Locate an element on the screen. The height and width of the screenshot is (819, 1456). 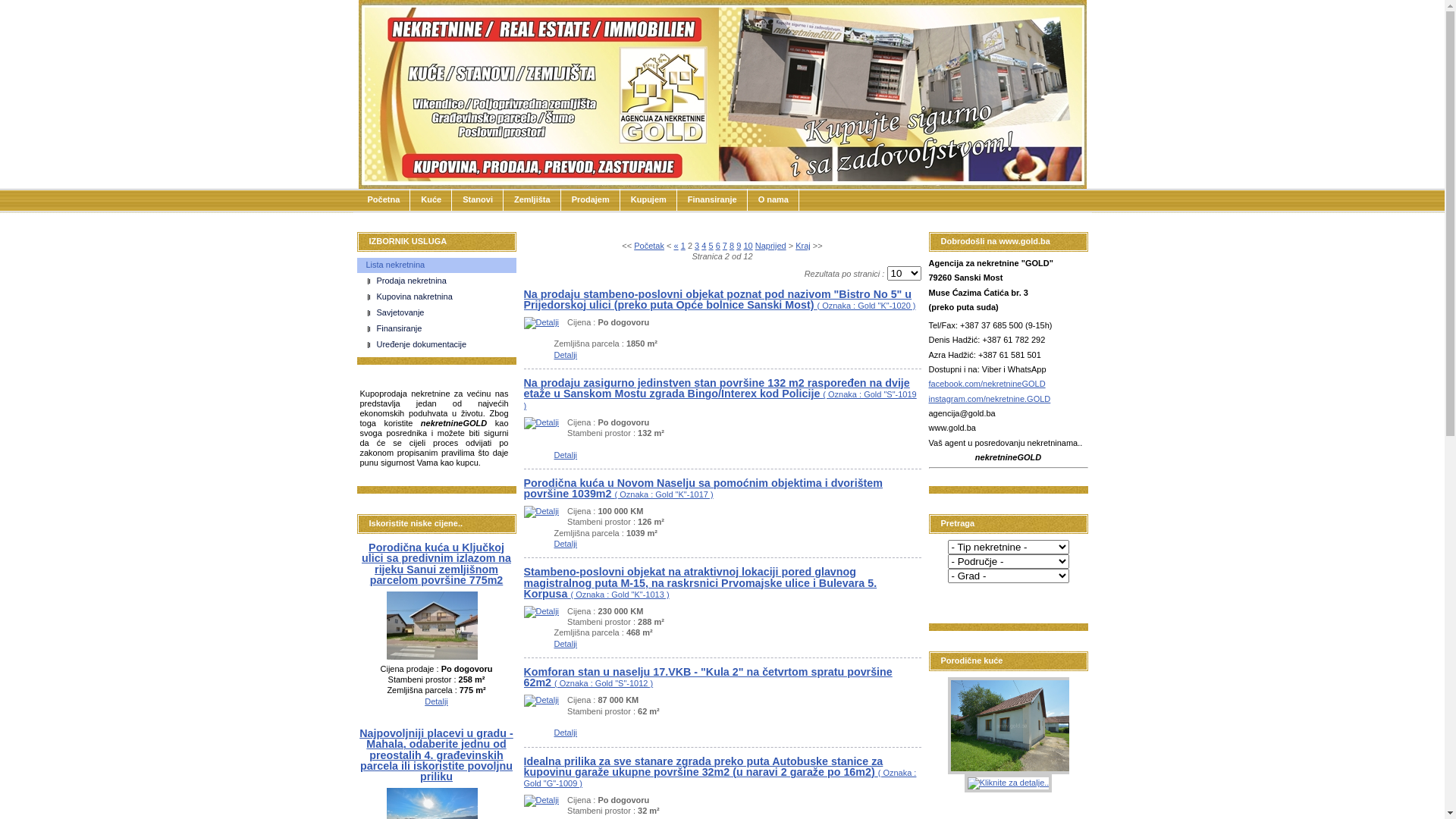
'Prodajem' is located at coordinates (560, 199).